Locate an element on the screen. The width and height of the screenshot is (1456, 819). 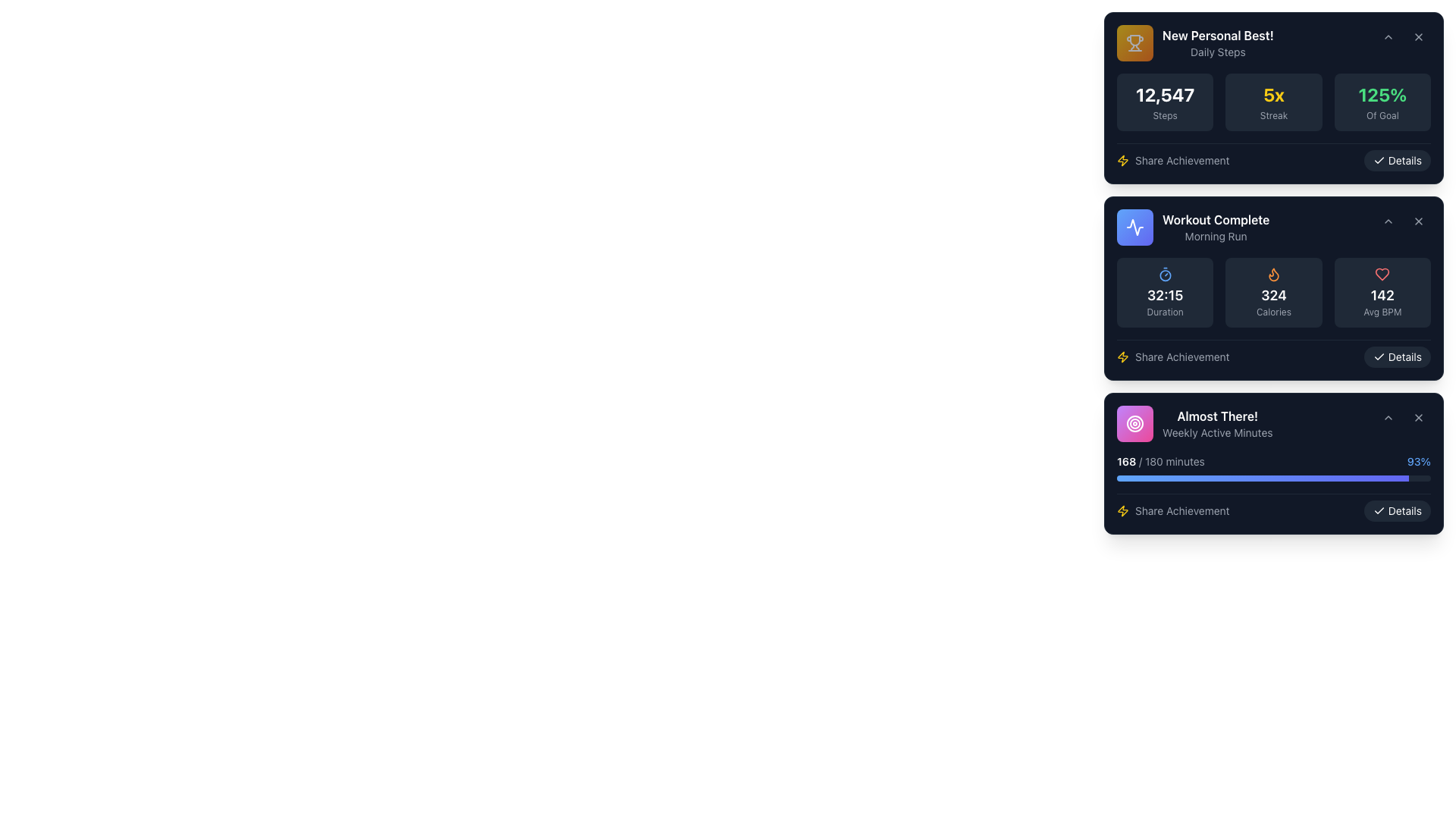
the text label providing context for the workout session under the 'Workout Complete' title is located at coordinates (1216, 237).